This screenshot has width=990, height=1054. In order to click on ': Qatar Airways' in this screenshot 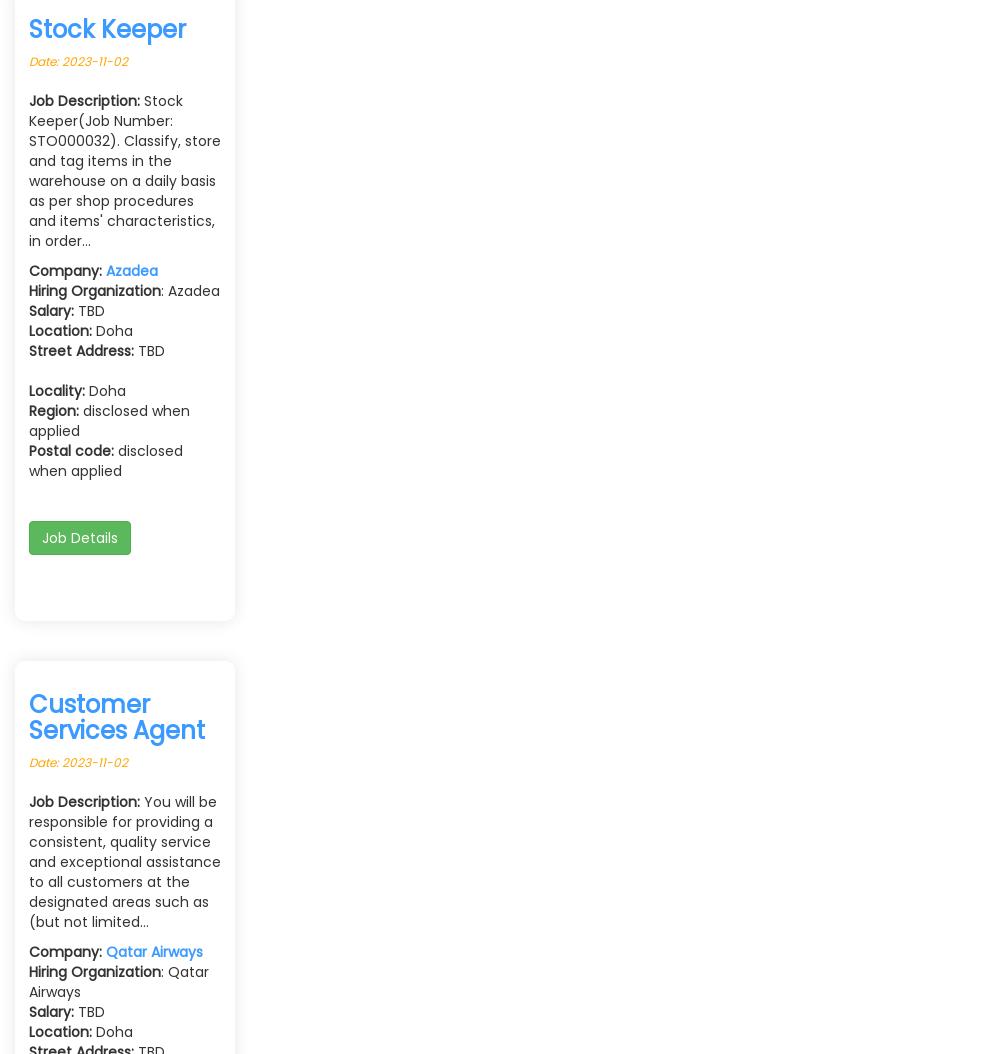, I will do `click(117, 980)`.